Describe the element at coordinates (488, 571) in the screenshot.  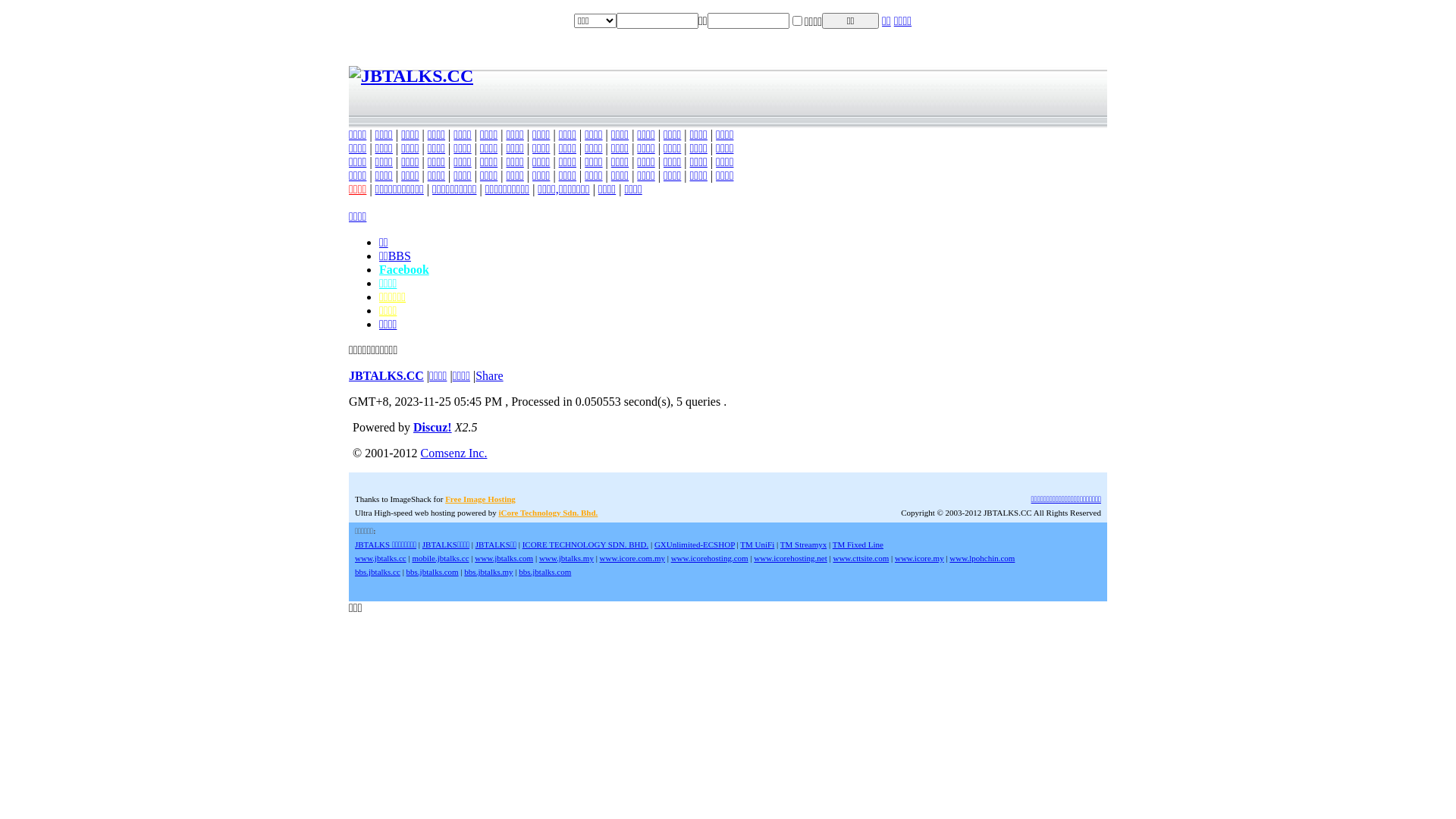
I see `'bbs.jbtalks.my'` at that location.